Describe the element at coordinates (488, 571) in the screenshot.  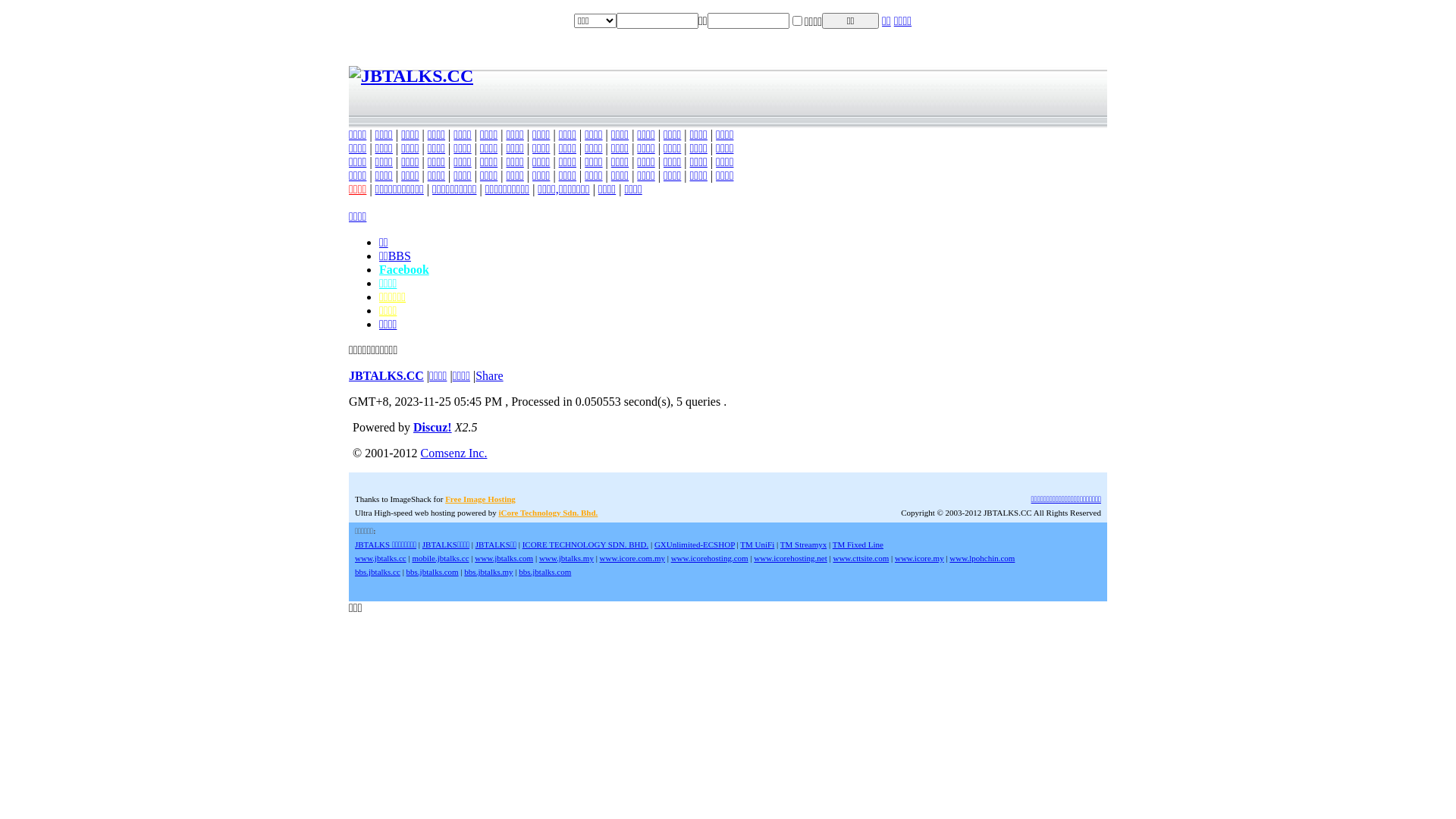
I see `'bbs.jbtalks.my'` at that location.